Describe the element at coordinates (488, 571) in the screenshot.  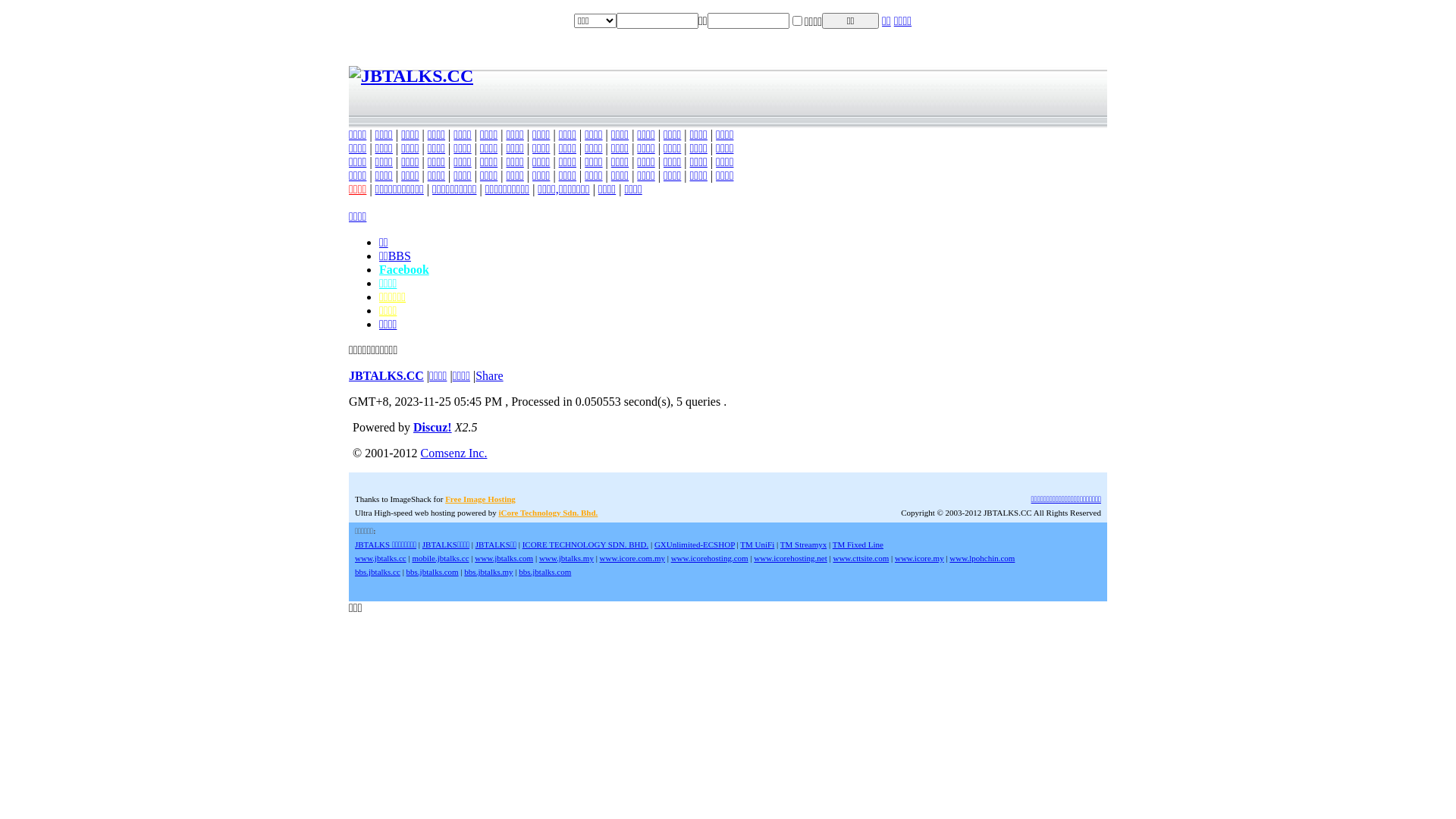
I see `'bbs.jbtalks.my'` at that location.